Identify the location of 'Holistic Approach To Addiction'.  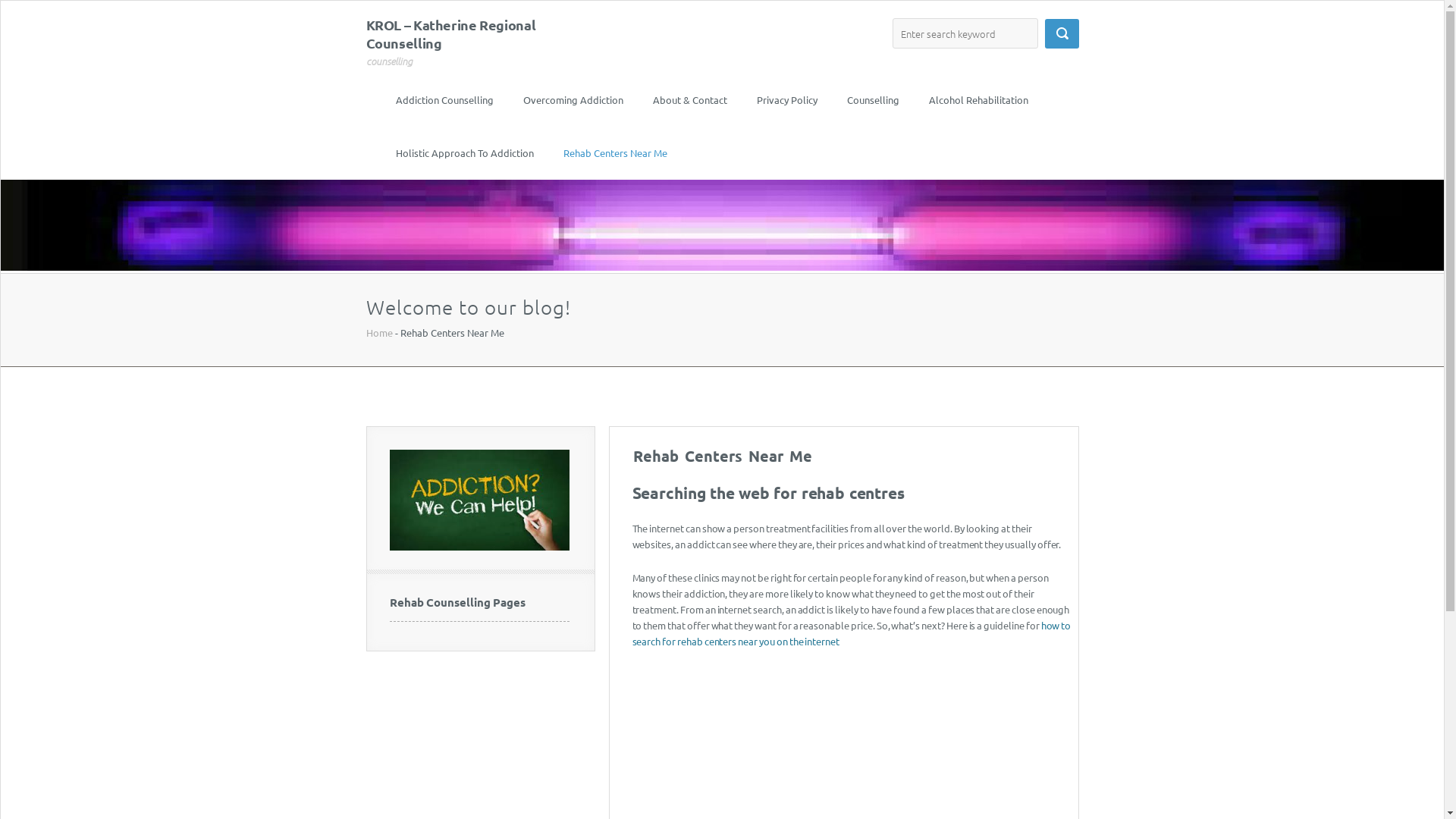
(464, 152).